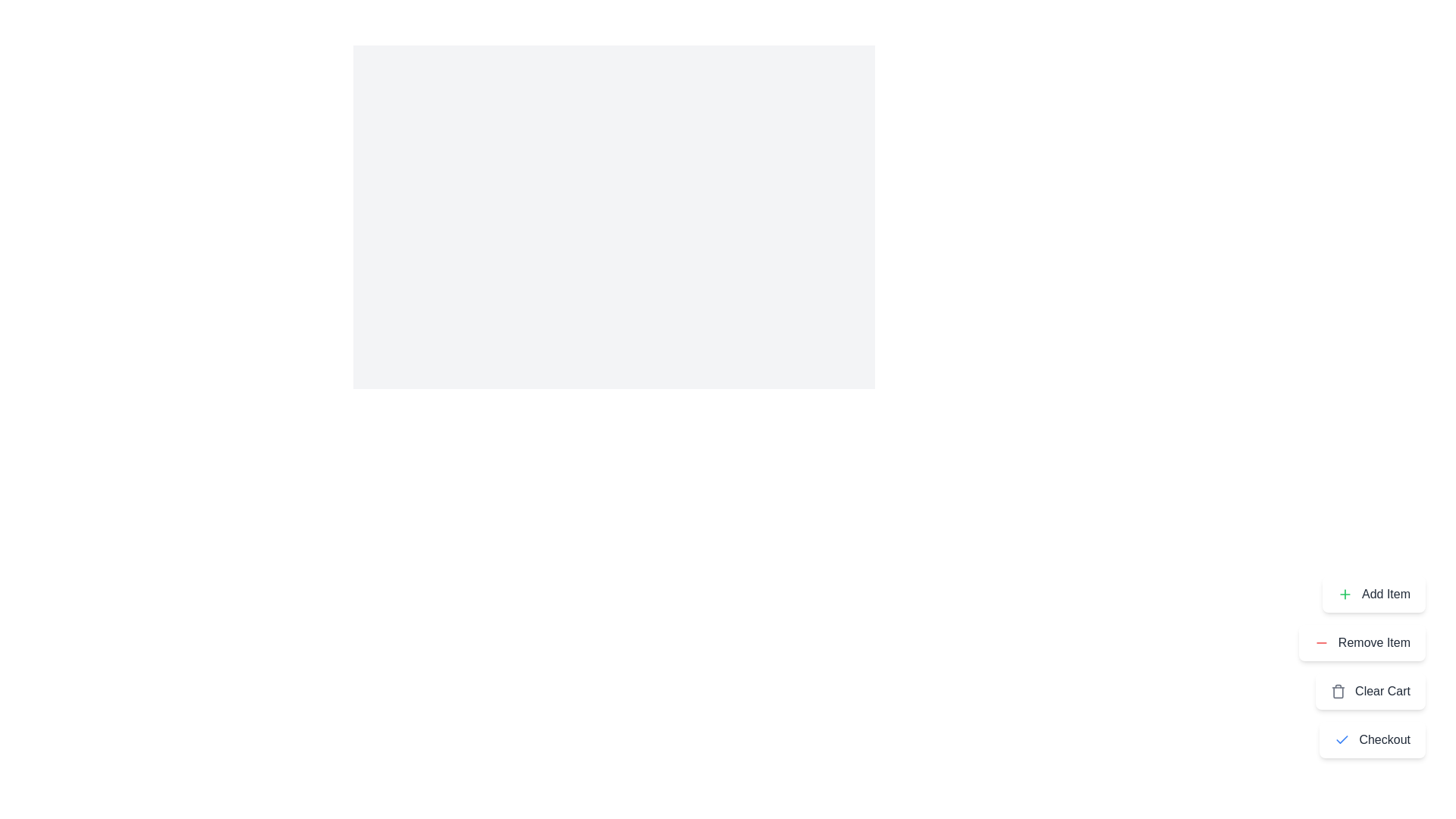  Describe the element at coordinates (1362, 643) in the screenshot. I see `'Remove Item' button` at that location.